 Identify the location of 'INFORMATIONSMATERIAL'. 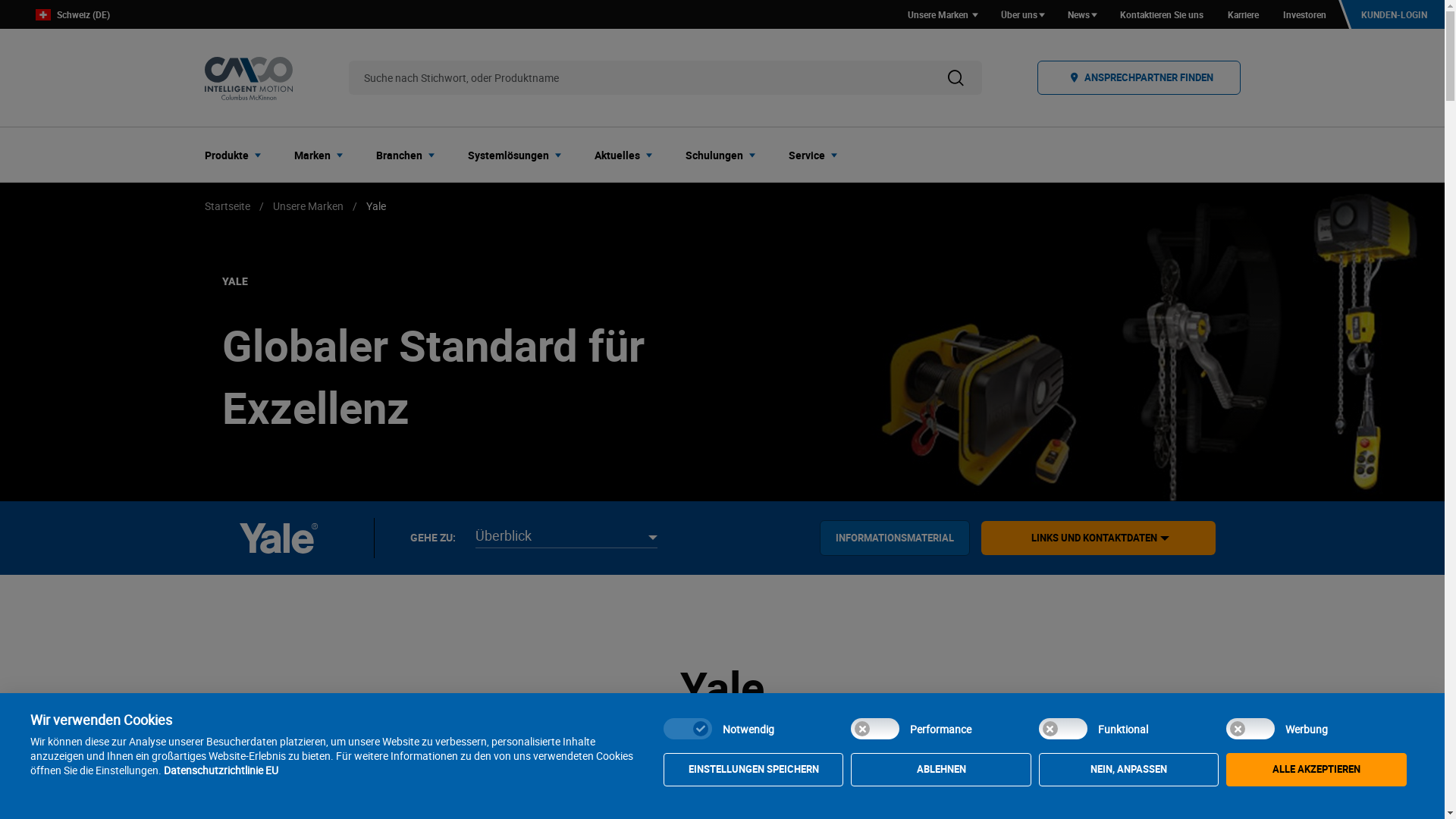
(895, 537).